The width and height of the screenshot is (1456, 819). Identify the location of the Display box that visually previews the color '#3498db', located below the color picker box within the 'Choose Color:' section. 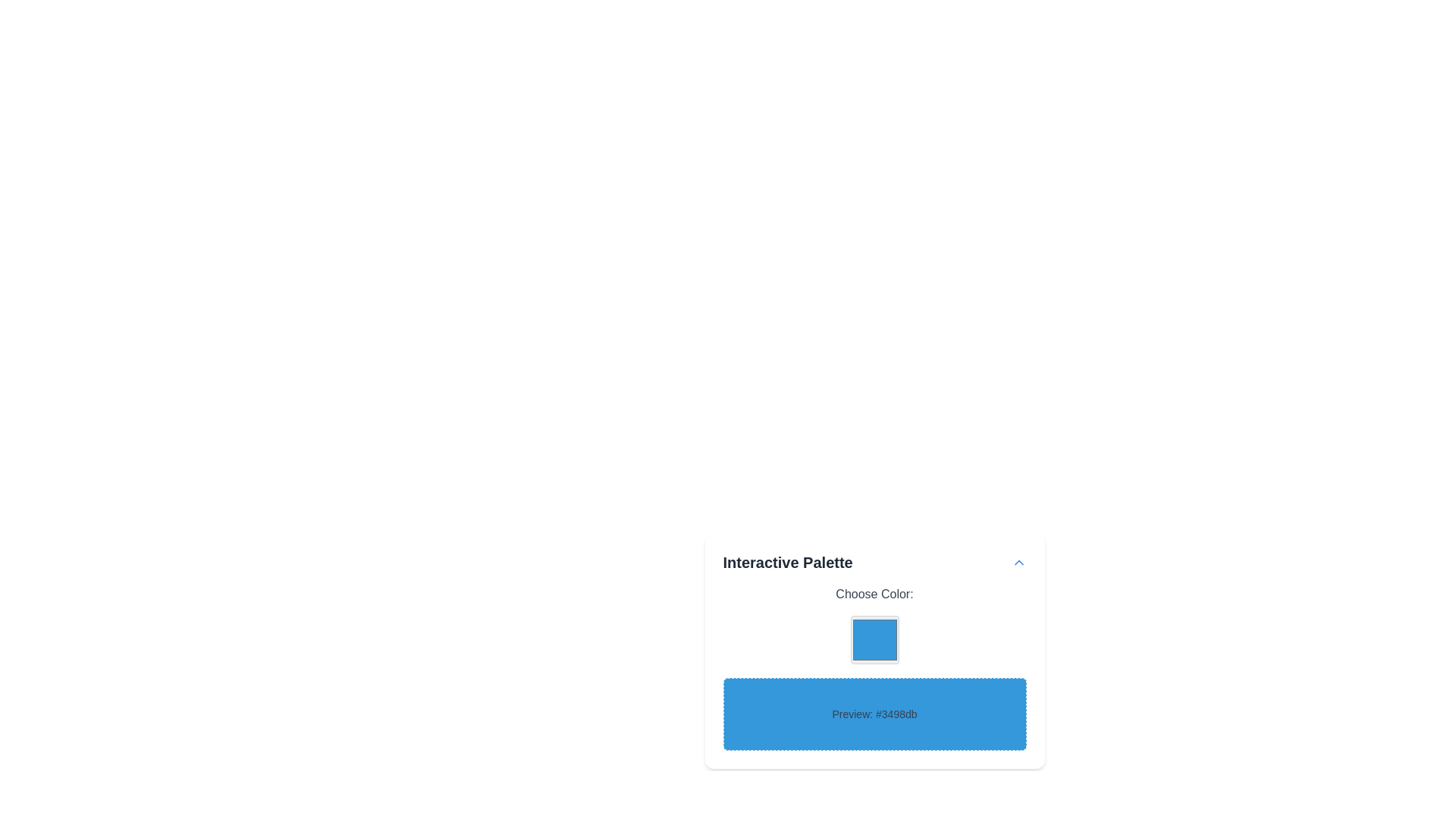
(874, 714).